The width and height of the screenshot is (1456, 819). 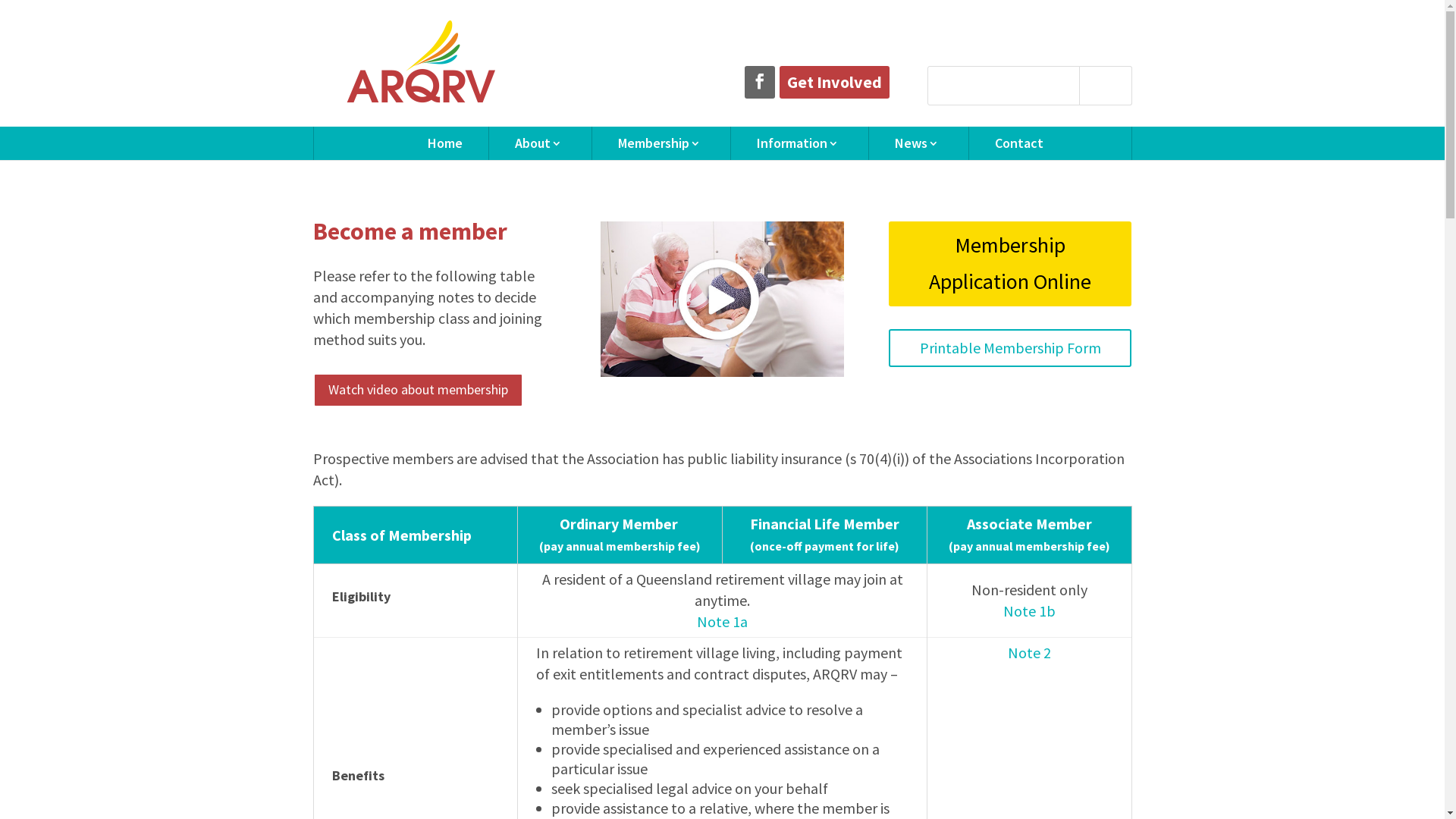 I want to click on 'Contact', so click(x=1019, y=143).